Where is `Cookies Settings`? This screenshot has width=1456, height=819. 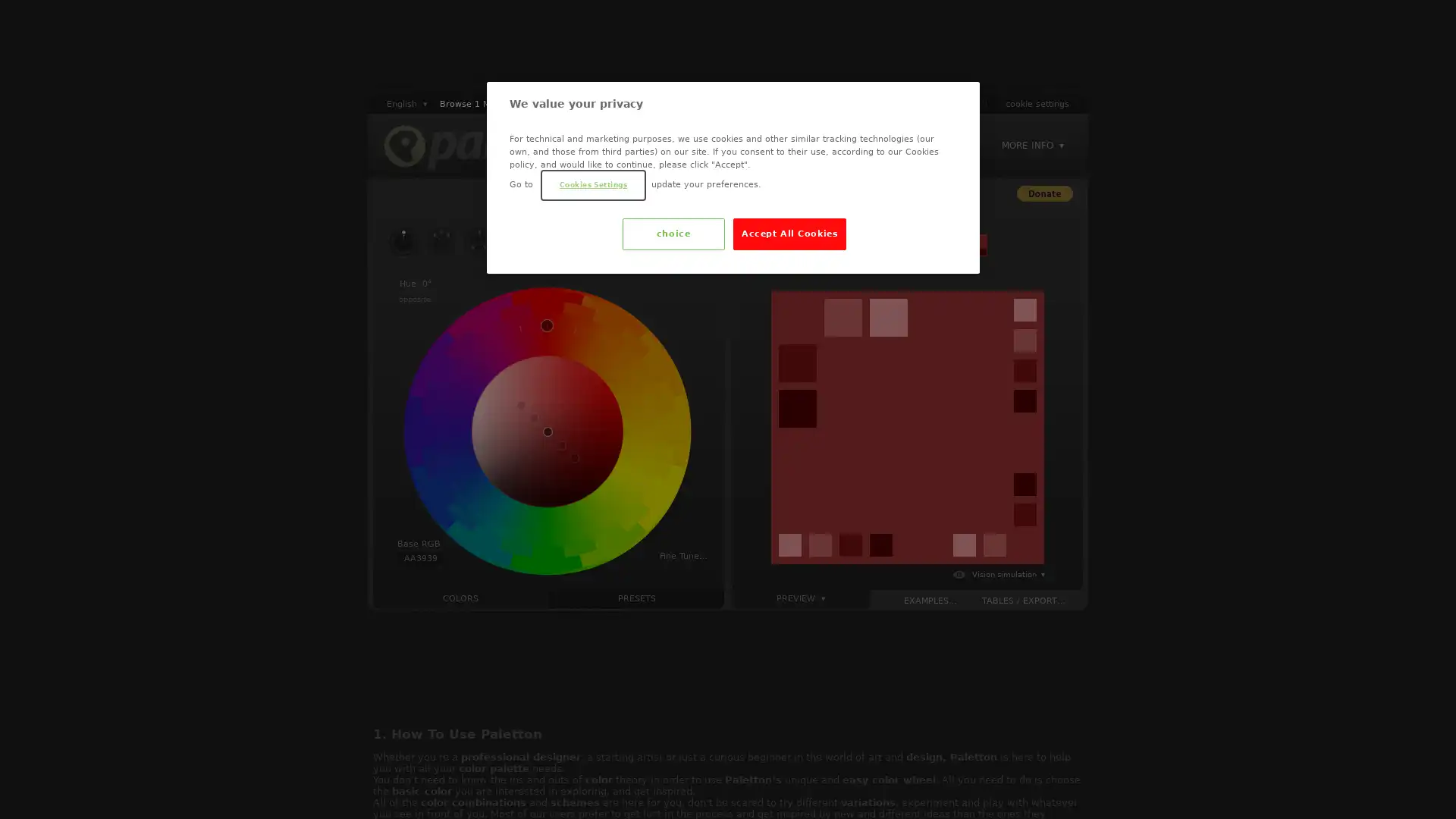
Cookies Settings is located at coordinates (592, 184).